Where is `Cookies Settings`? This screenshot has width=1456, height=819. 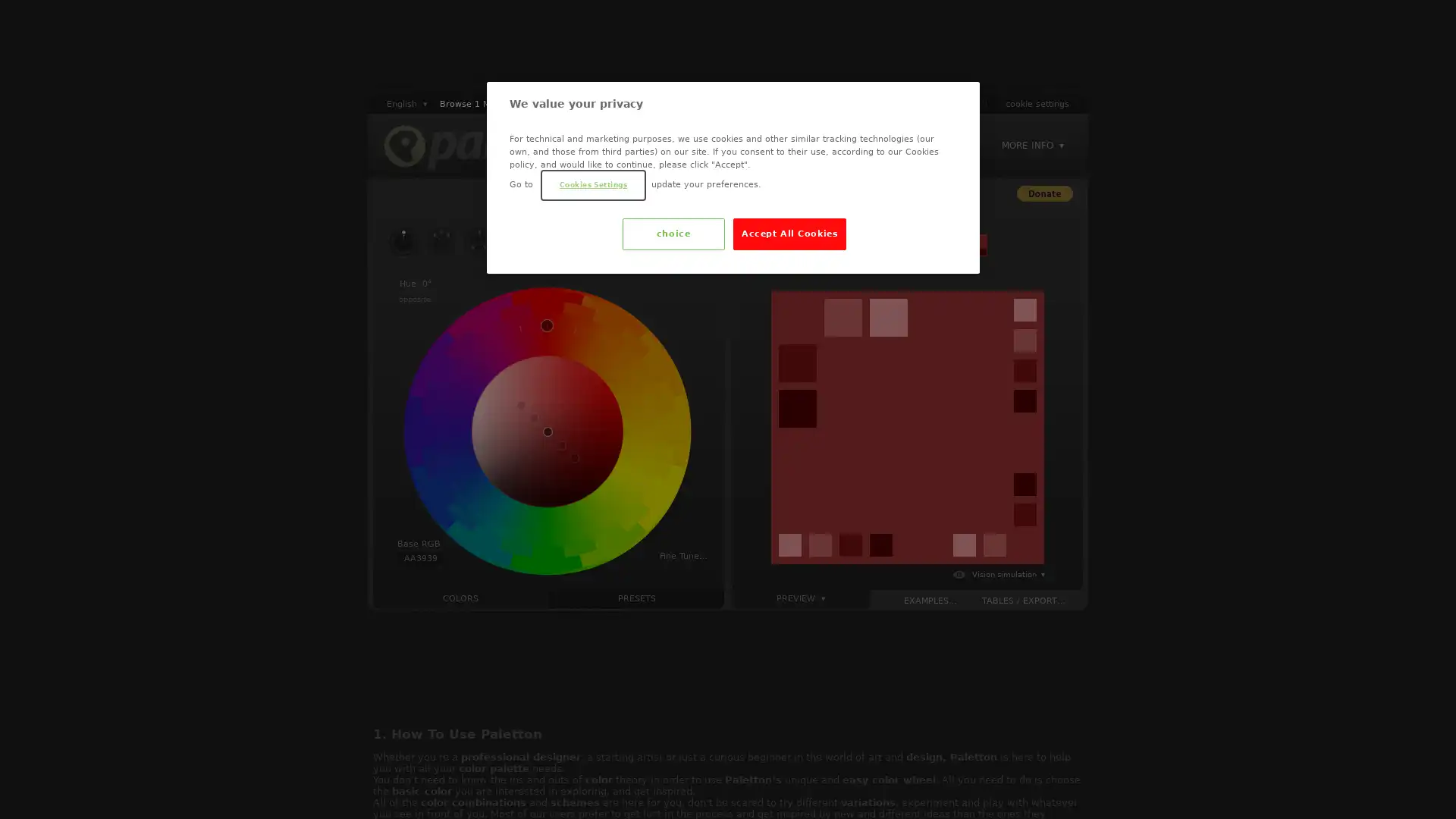
Cookies Settings is located at coordinates (592, 184).